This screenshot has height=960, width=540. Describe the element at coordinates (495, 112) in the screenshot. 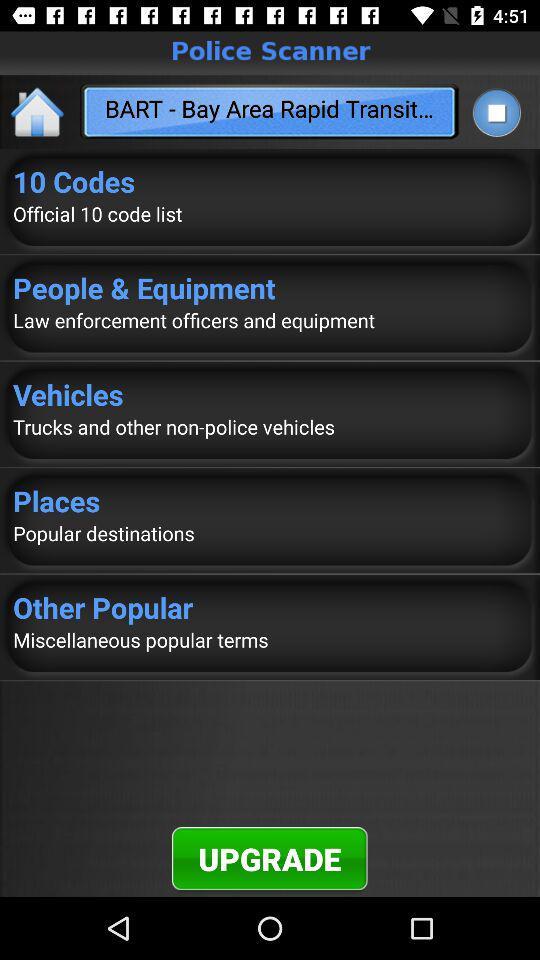

I see `stop current player` at that location.